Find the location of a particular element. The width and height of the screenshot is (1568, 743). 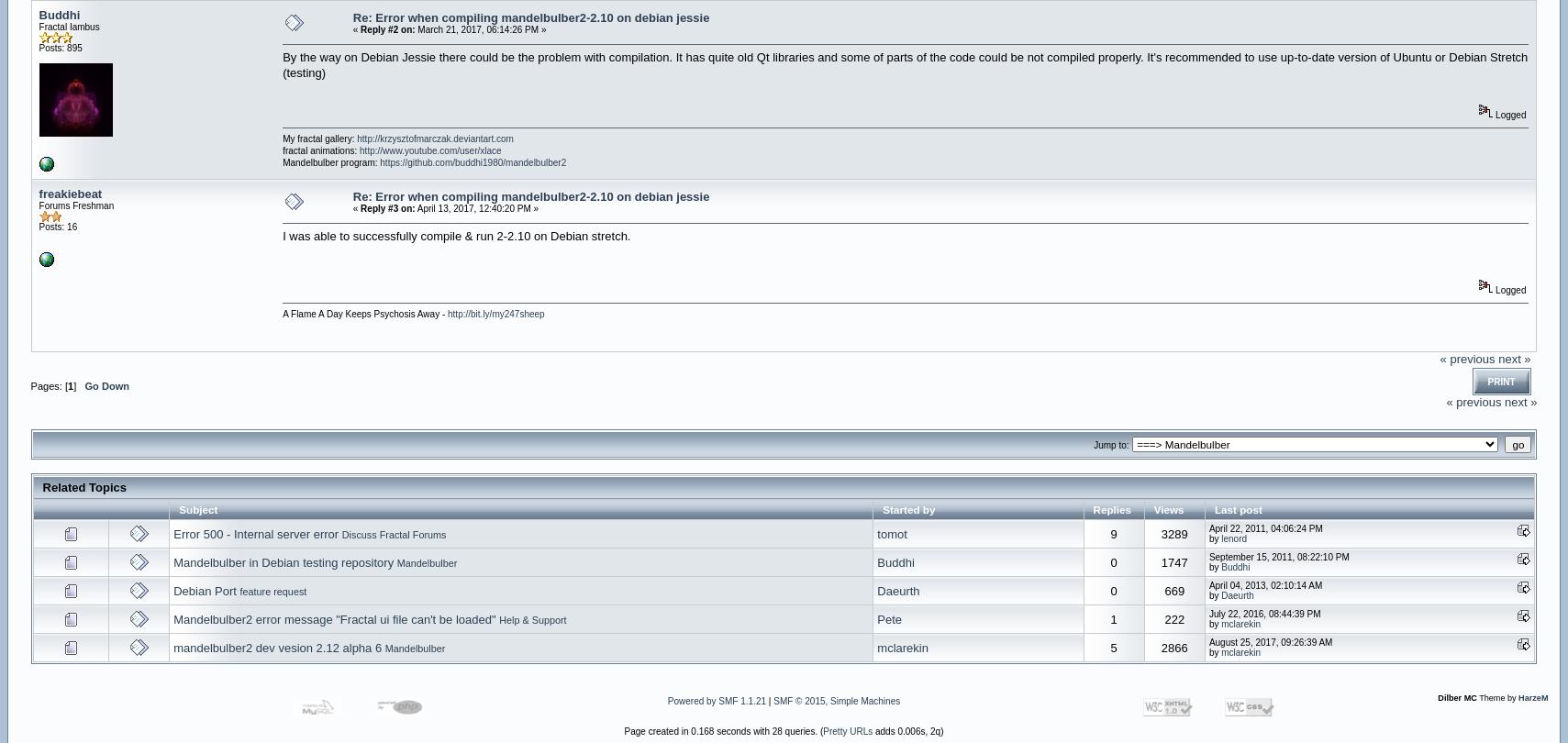

'2866' is located at coordinates (1173, 646).